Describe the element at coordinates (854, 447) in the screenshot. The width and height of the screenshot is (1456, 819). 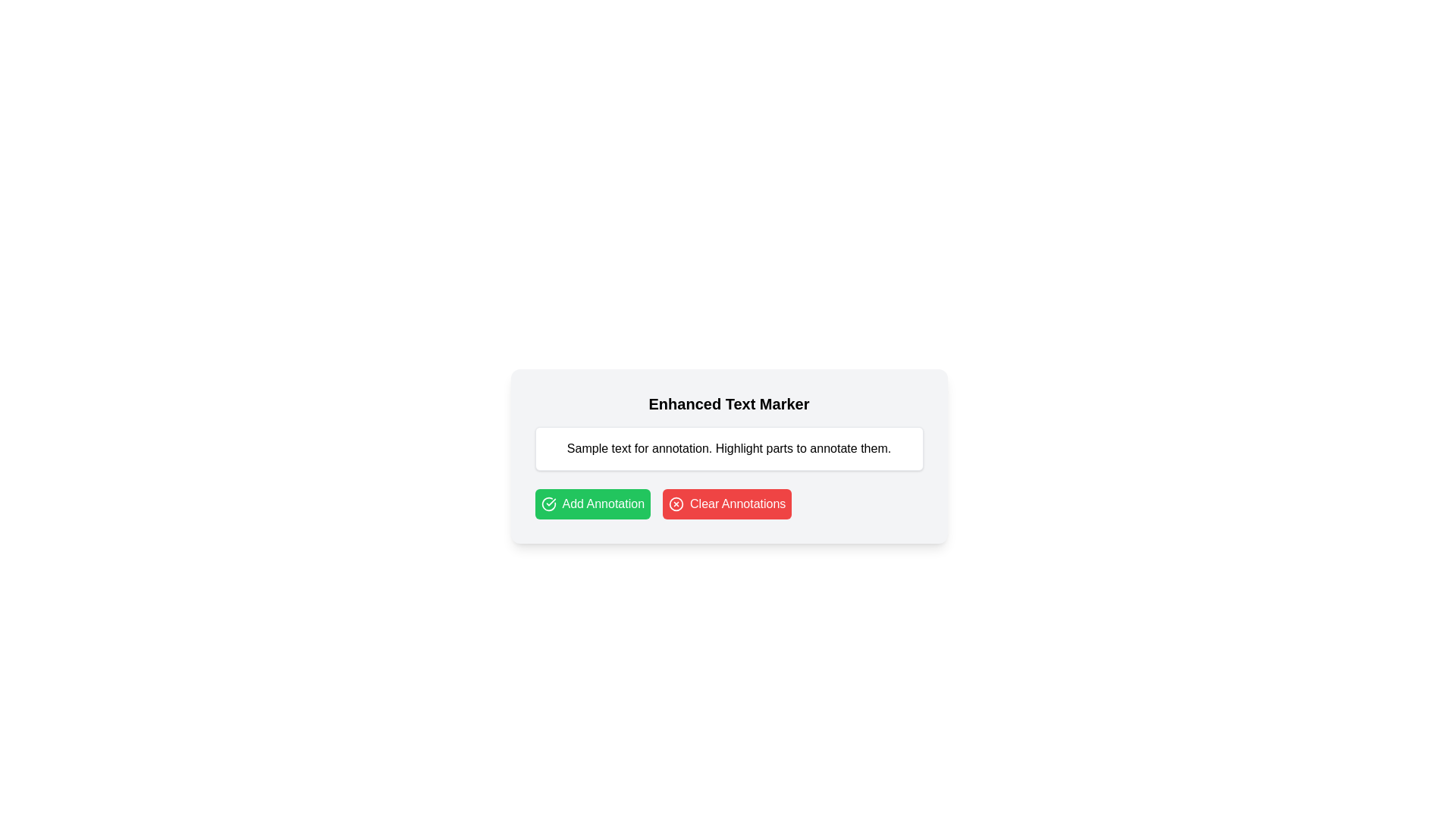
I see `the lowercase letter 'e' in the word 'annotate' which is part of the sentence displayed below the title 'Enhanced Text Marker.'` at that location.